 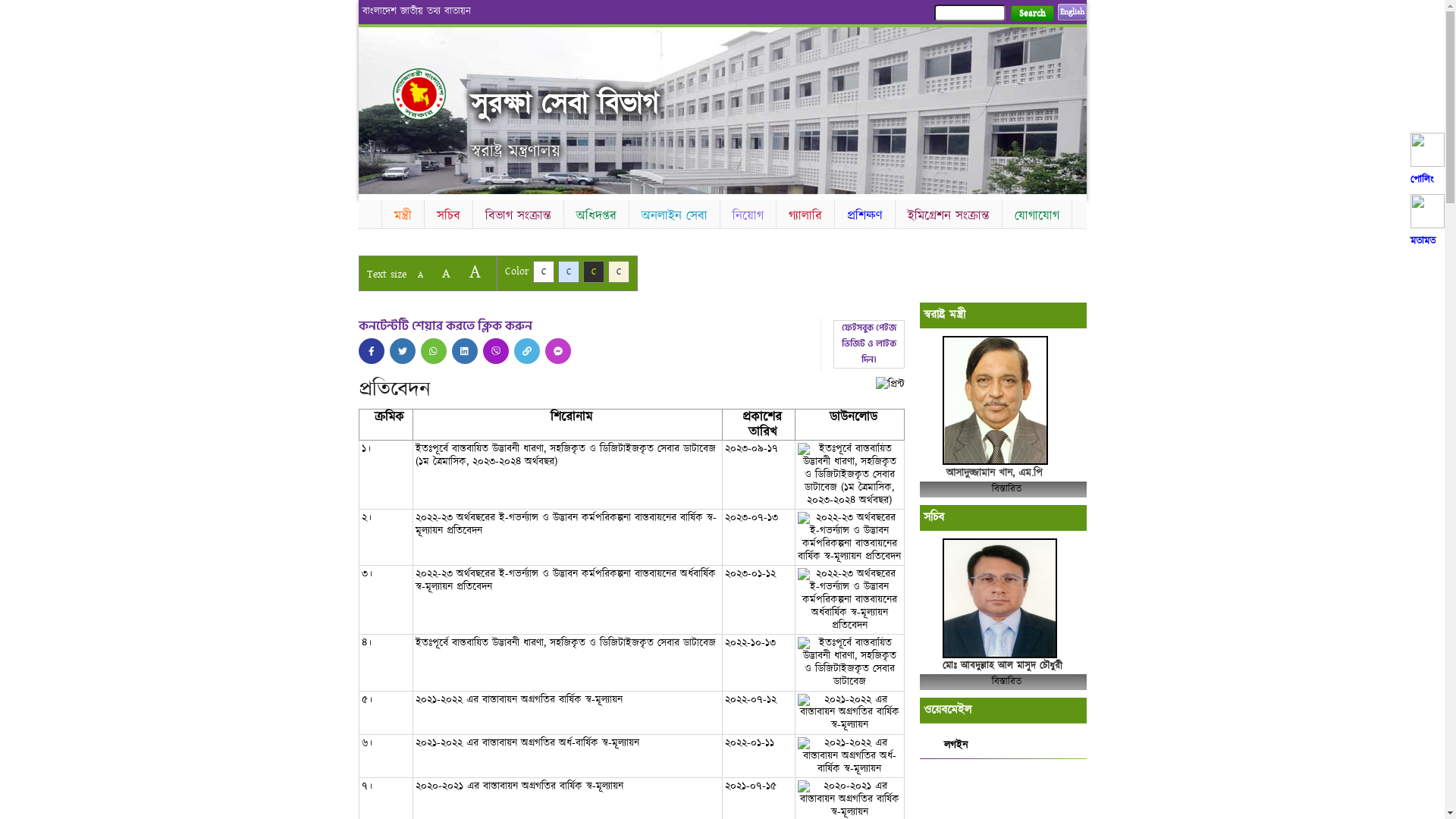 I want to click on 'Home', so click(x=369, y=212).